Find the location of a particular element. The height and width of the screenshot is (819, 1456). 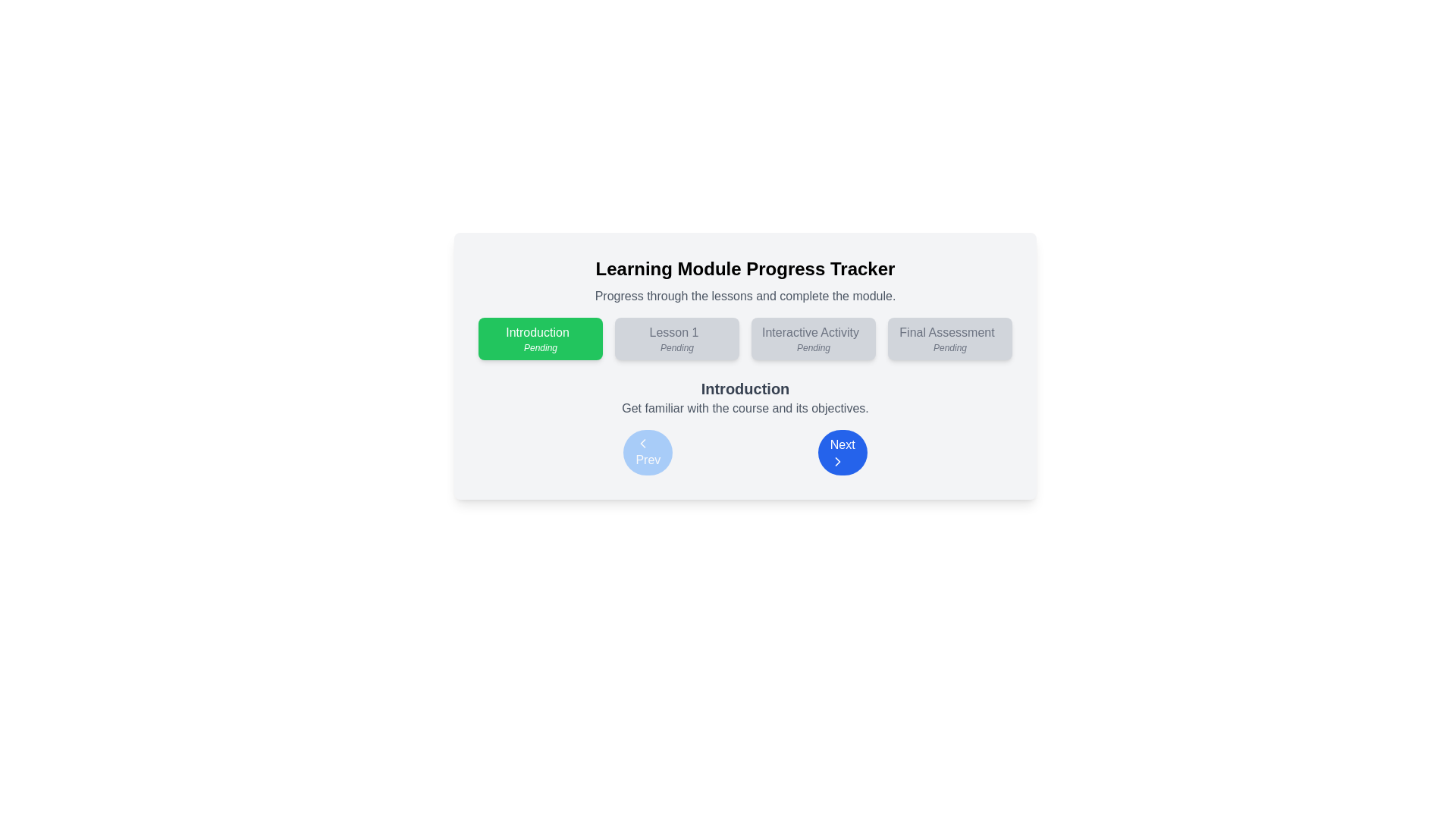

the circular blue 'Next' button with a rightward-pointing chevron icon is located at coordinates (842, 452).